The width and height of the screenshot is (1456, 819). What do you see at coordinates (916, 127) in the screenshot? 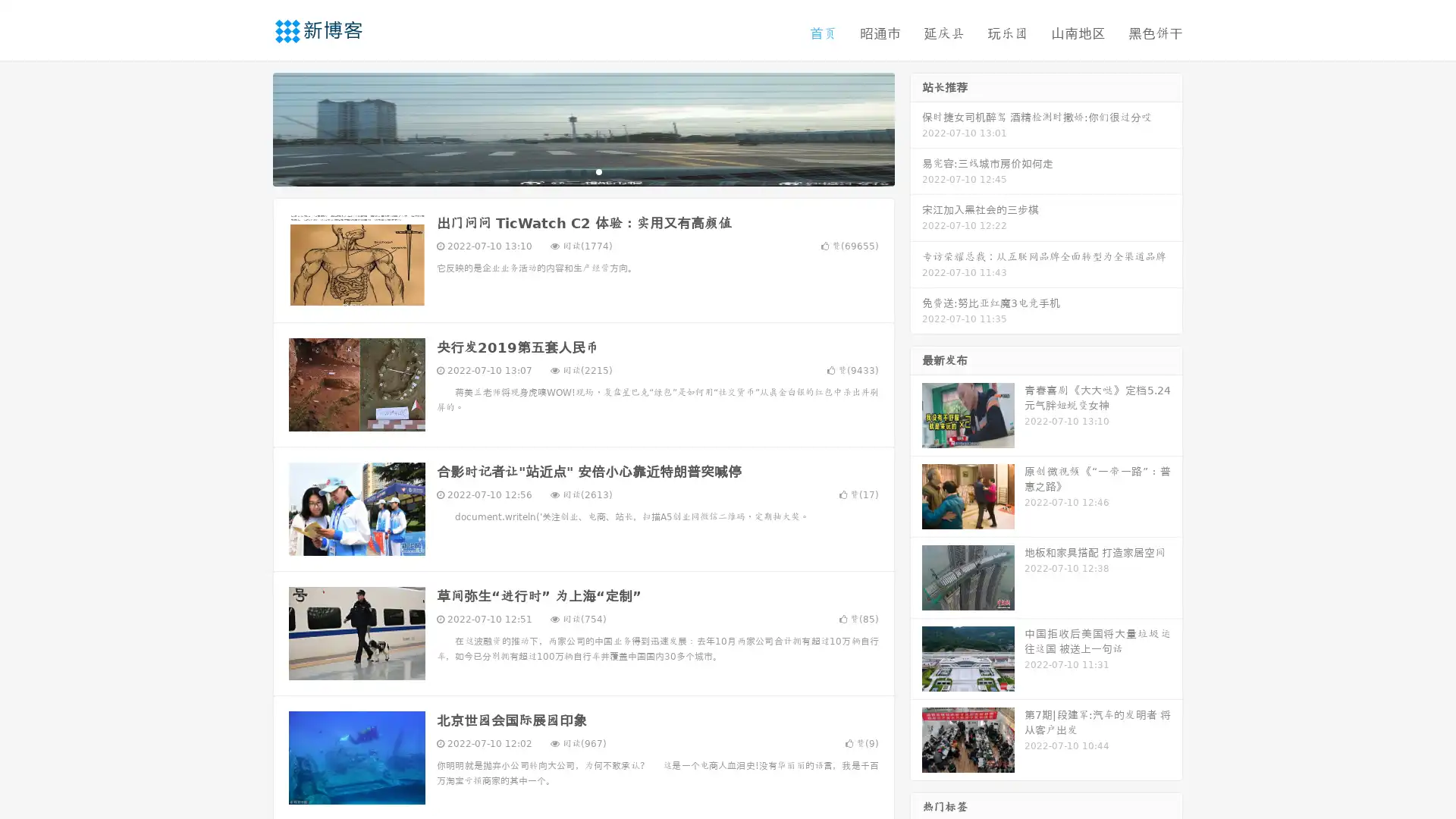
I see `Next slide` at bounding box center [916, 127].